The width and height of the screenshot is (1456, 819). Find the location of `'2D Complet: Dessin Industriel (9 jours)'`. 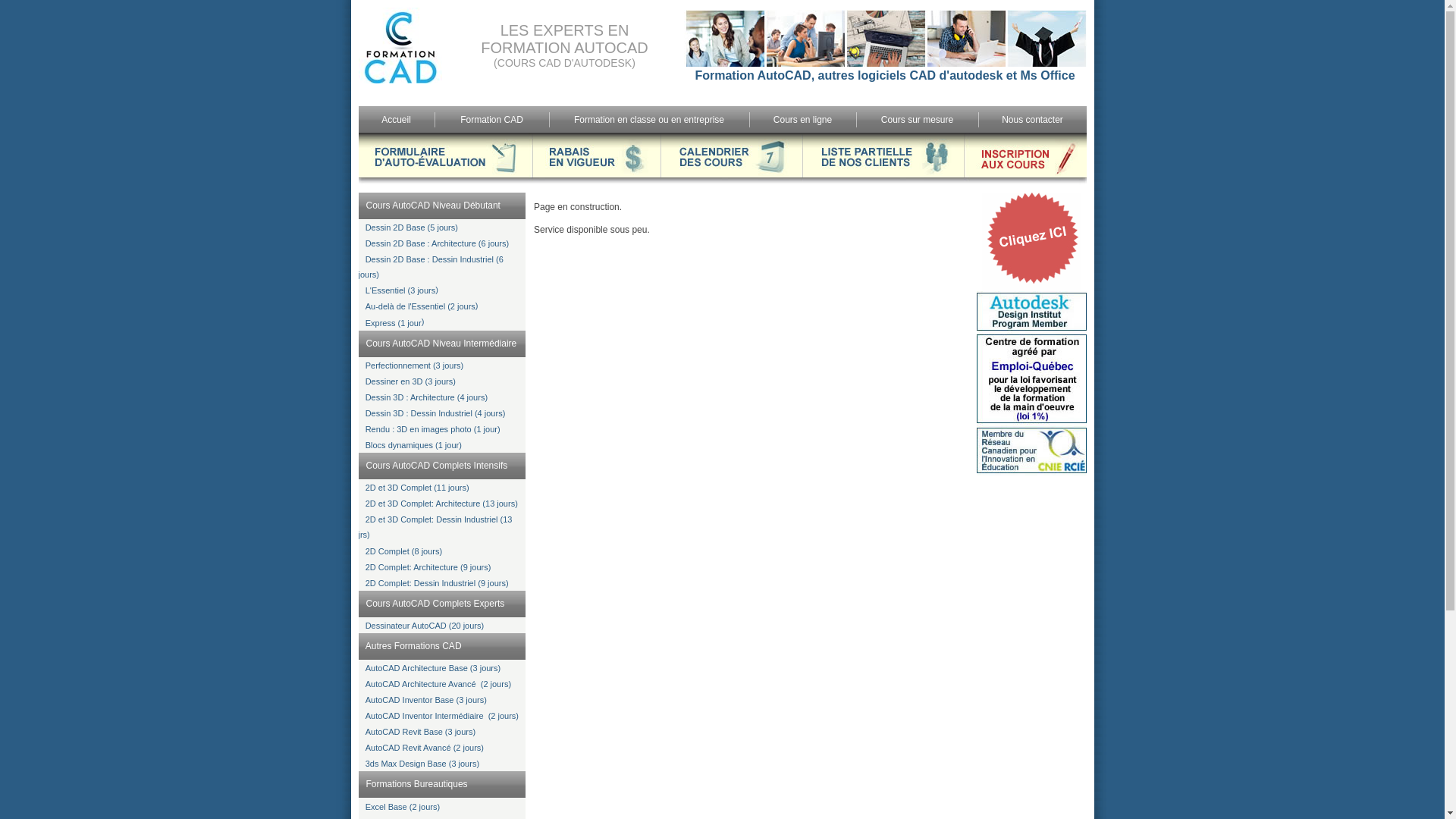

'2D Complet: Dessin Industriel (9 jours)' is located at coordinates (436, 582).